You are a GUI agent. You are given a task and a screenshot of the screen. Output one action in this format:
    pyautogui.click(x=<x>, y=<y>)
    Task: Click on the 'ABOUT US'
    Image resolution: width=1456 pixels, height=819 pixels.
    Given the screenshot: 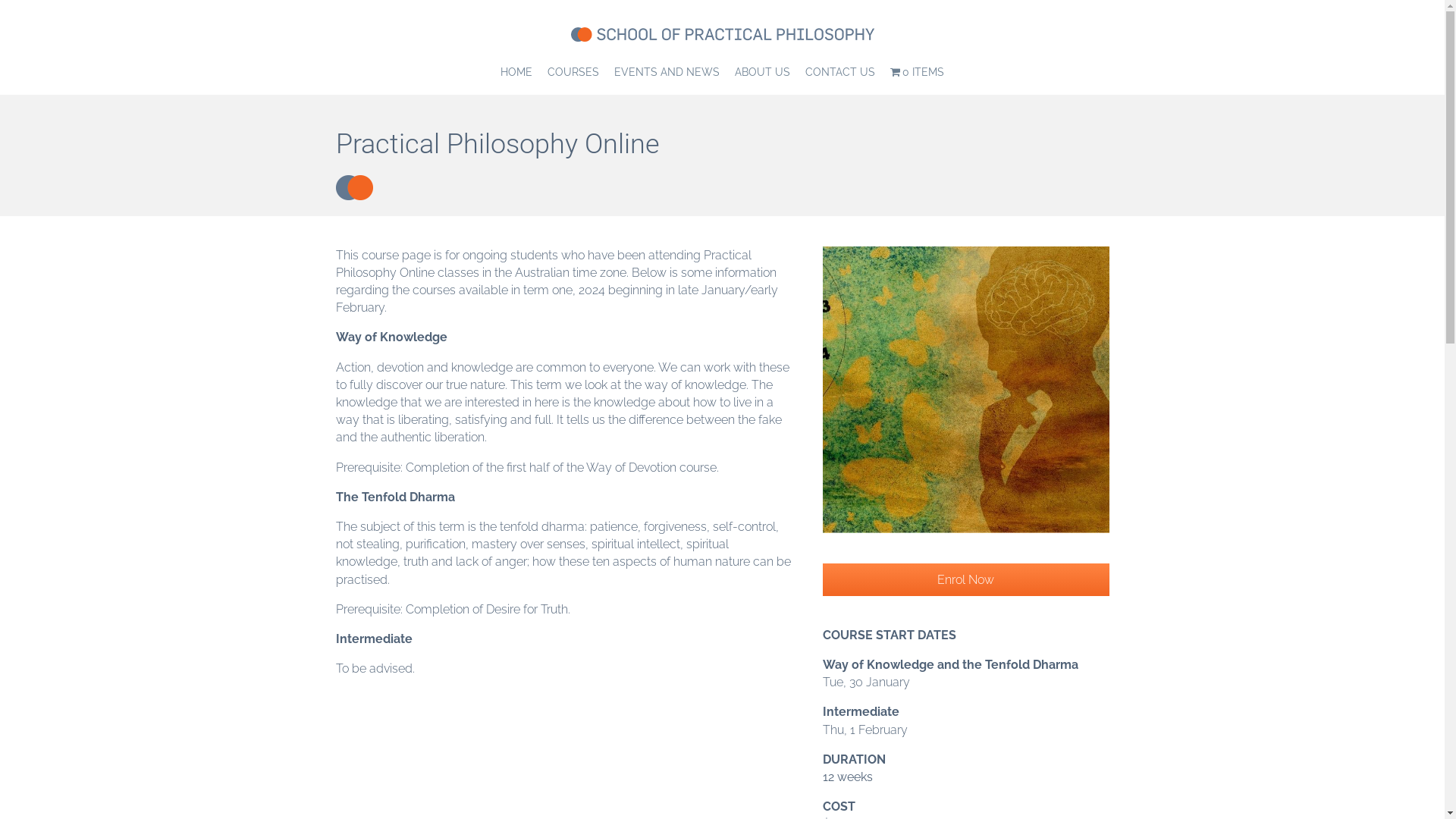 What is the action you would take?
    pyautogui.click(x=762, y=72)
    